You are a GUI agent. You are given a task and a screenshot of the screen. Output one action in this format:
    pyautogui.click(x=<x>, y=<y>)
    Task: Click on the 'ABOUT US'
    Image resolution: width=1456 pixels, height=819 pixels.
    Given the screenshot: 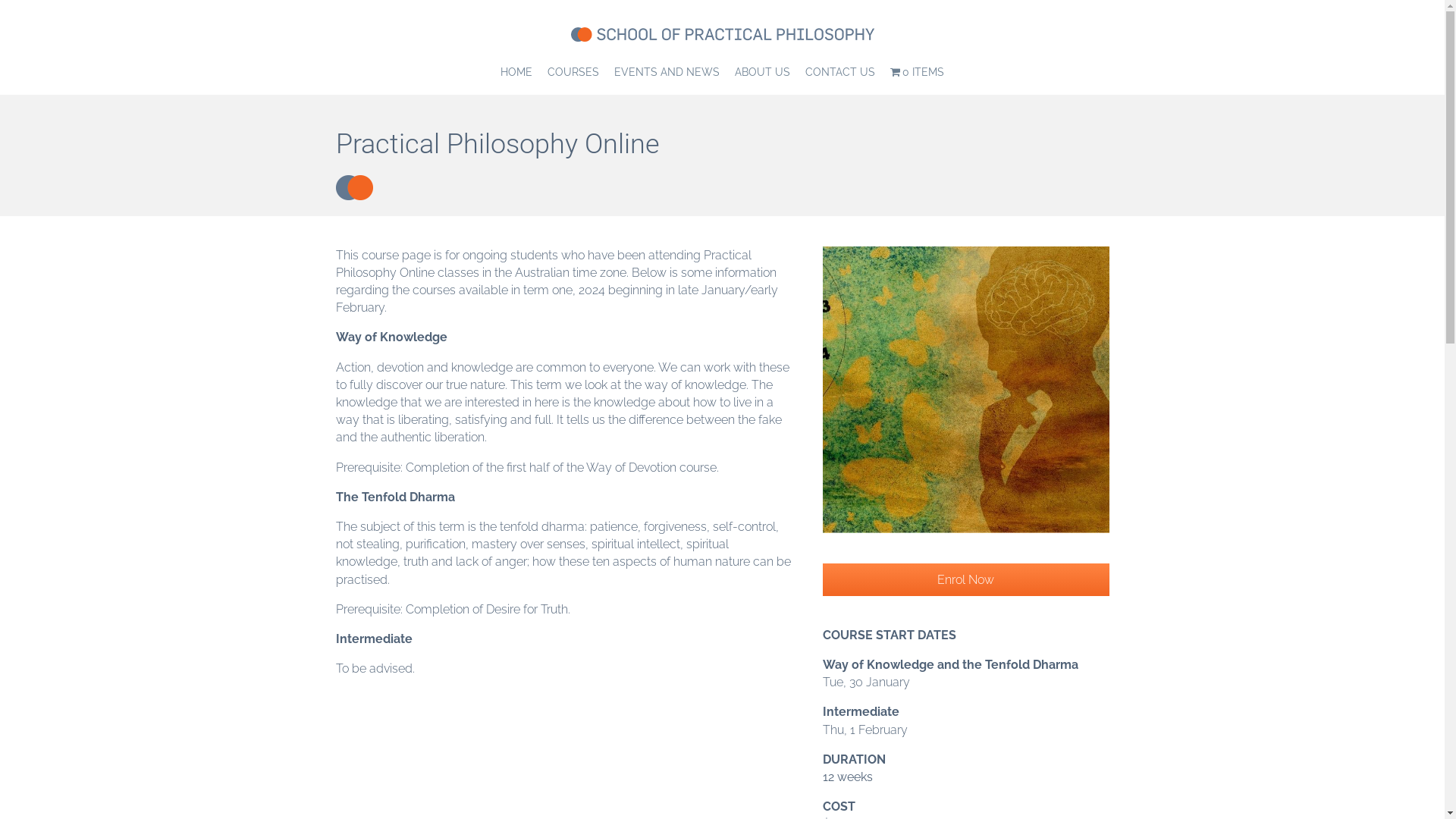 What is the action you would take?
    pyautogui.click(x=762, y=72)
    